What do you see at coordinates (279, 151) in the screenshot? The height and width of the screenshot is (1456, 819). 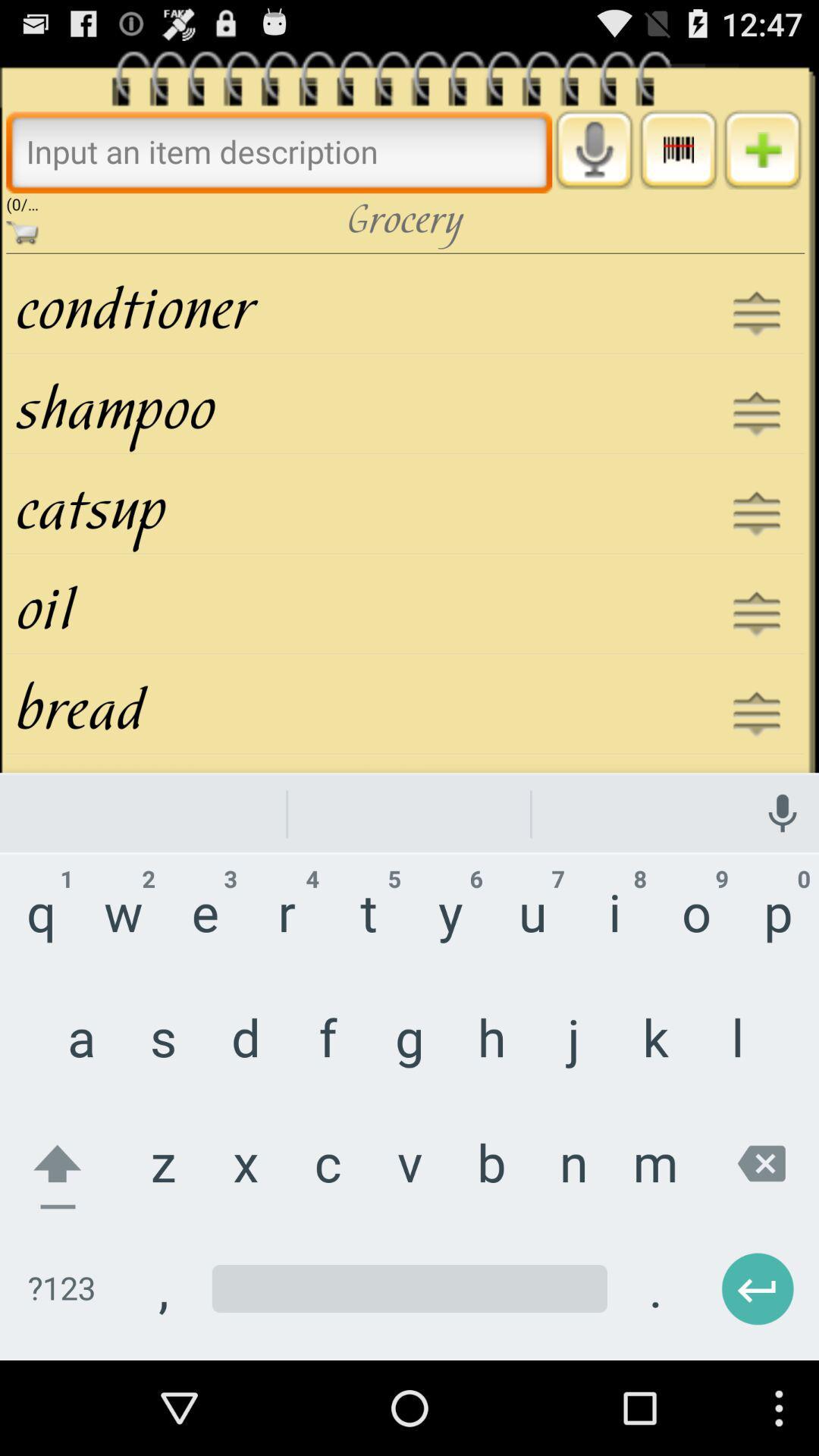 I see `search bar` at bounding box center [279, 151].